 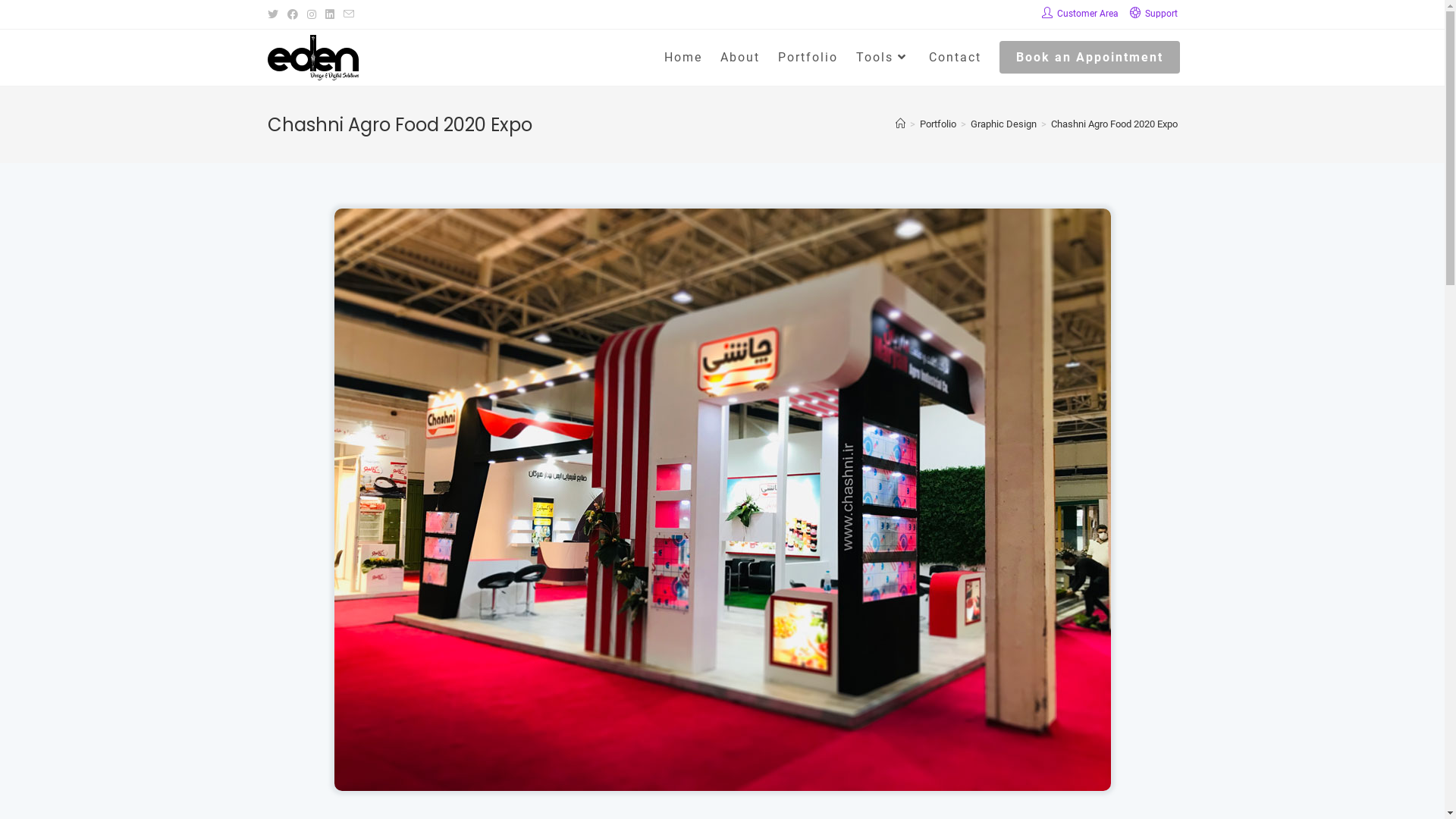 I want to click on 'About', so click(x=739, y=57).